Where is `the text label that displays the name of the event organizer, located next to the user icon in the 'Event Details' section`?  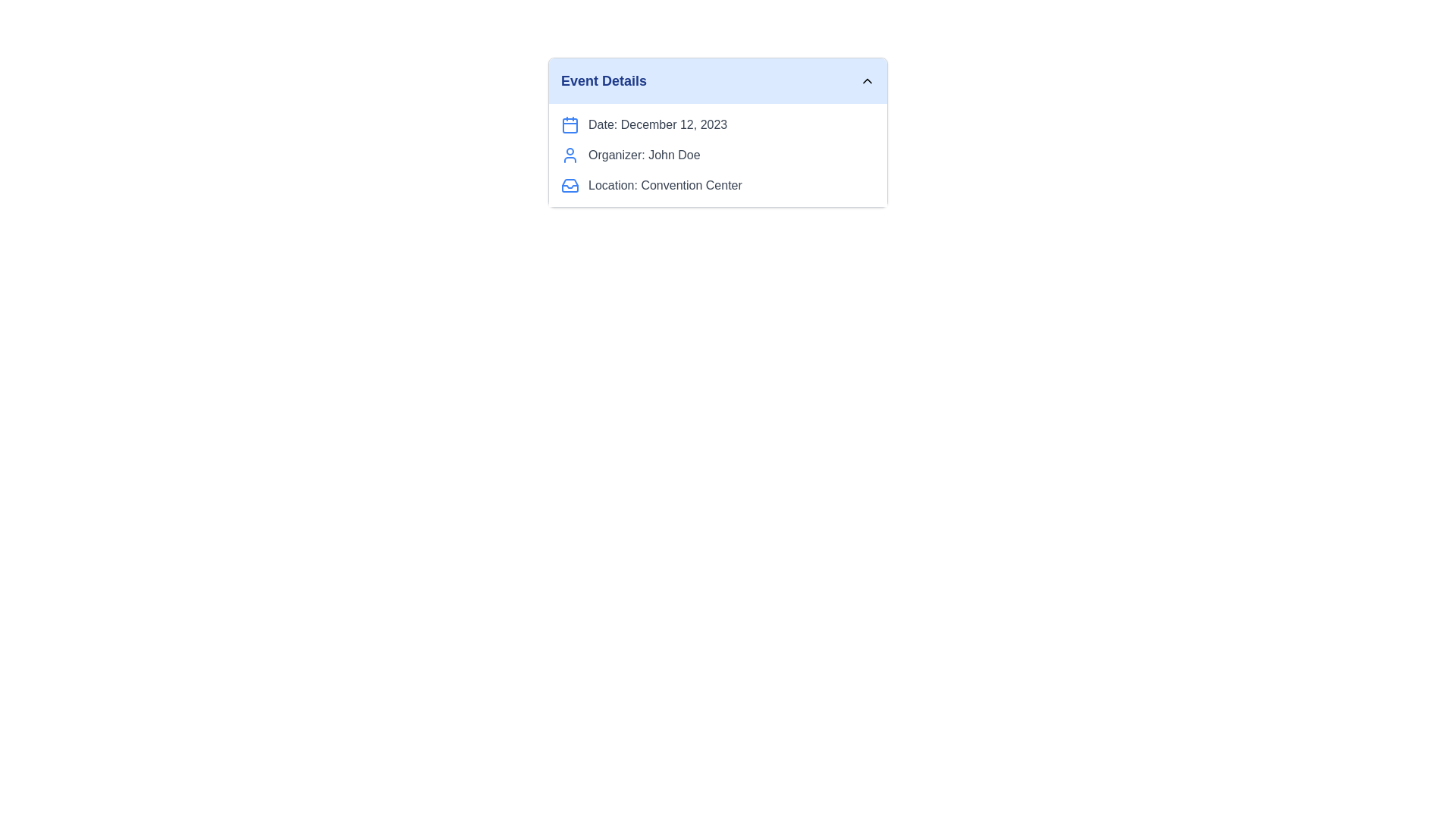 the text label that displays the name of the event organizer, located next to the user icon in the 'Event Details' section is located at coordinates (644, 155).